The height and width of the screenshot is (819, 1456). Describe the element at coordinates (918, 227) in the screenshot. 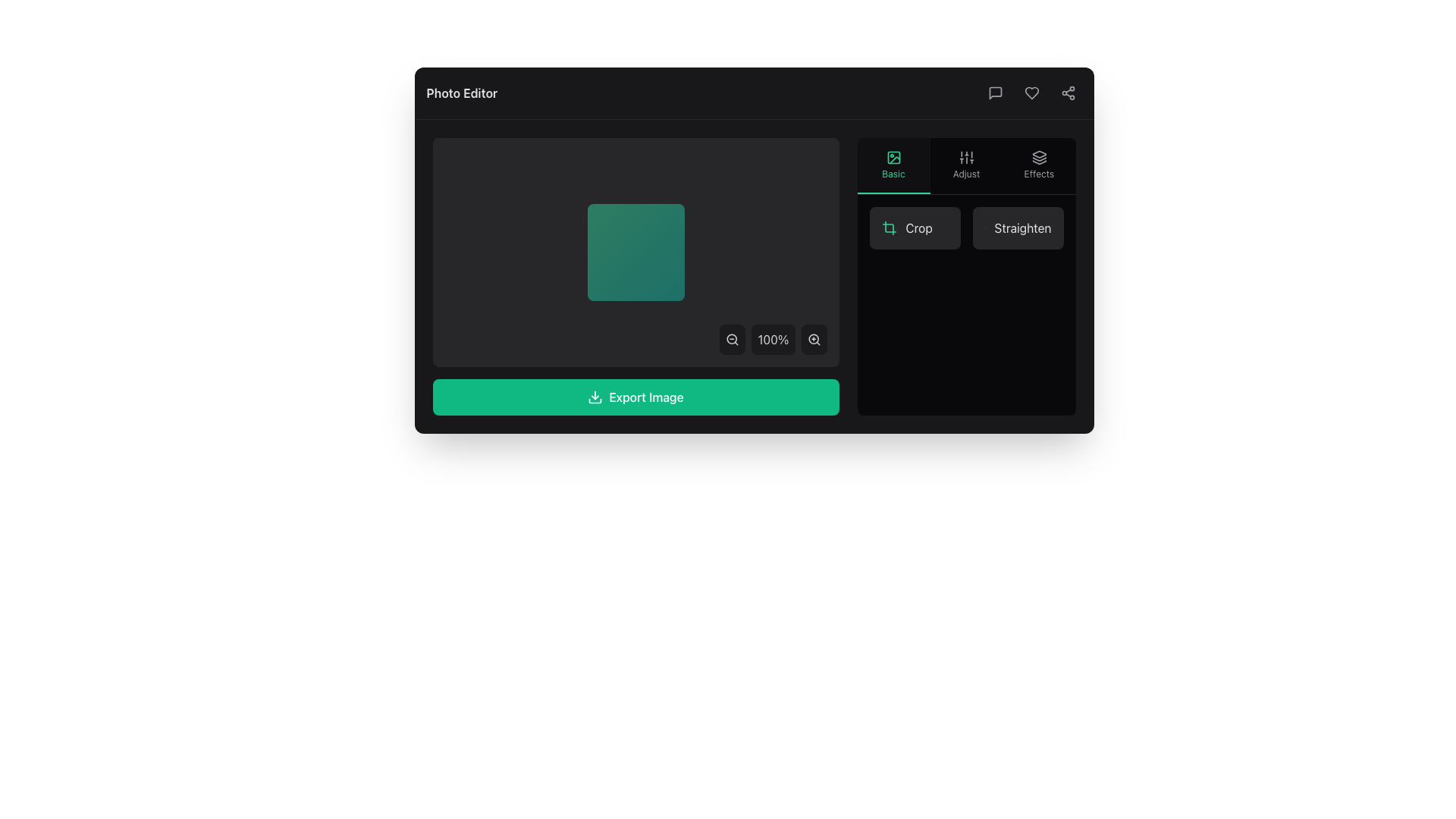

I see `text of the Label that indicates the functionality for the 'Crop' feature in the editing toolbar` at that location.